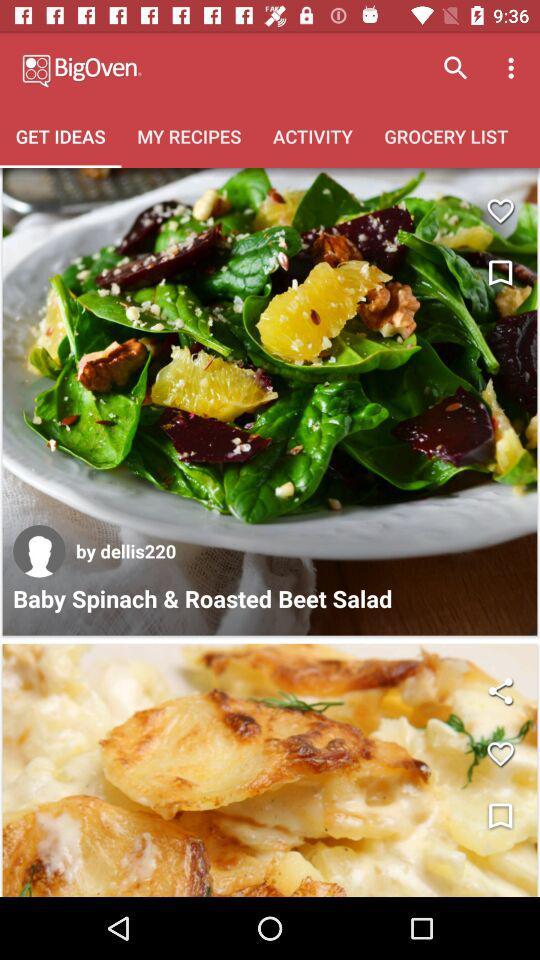  Describe the element at coordinates (499, 273) in the screenshot. I see `write the notes` at that location.